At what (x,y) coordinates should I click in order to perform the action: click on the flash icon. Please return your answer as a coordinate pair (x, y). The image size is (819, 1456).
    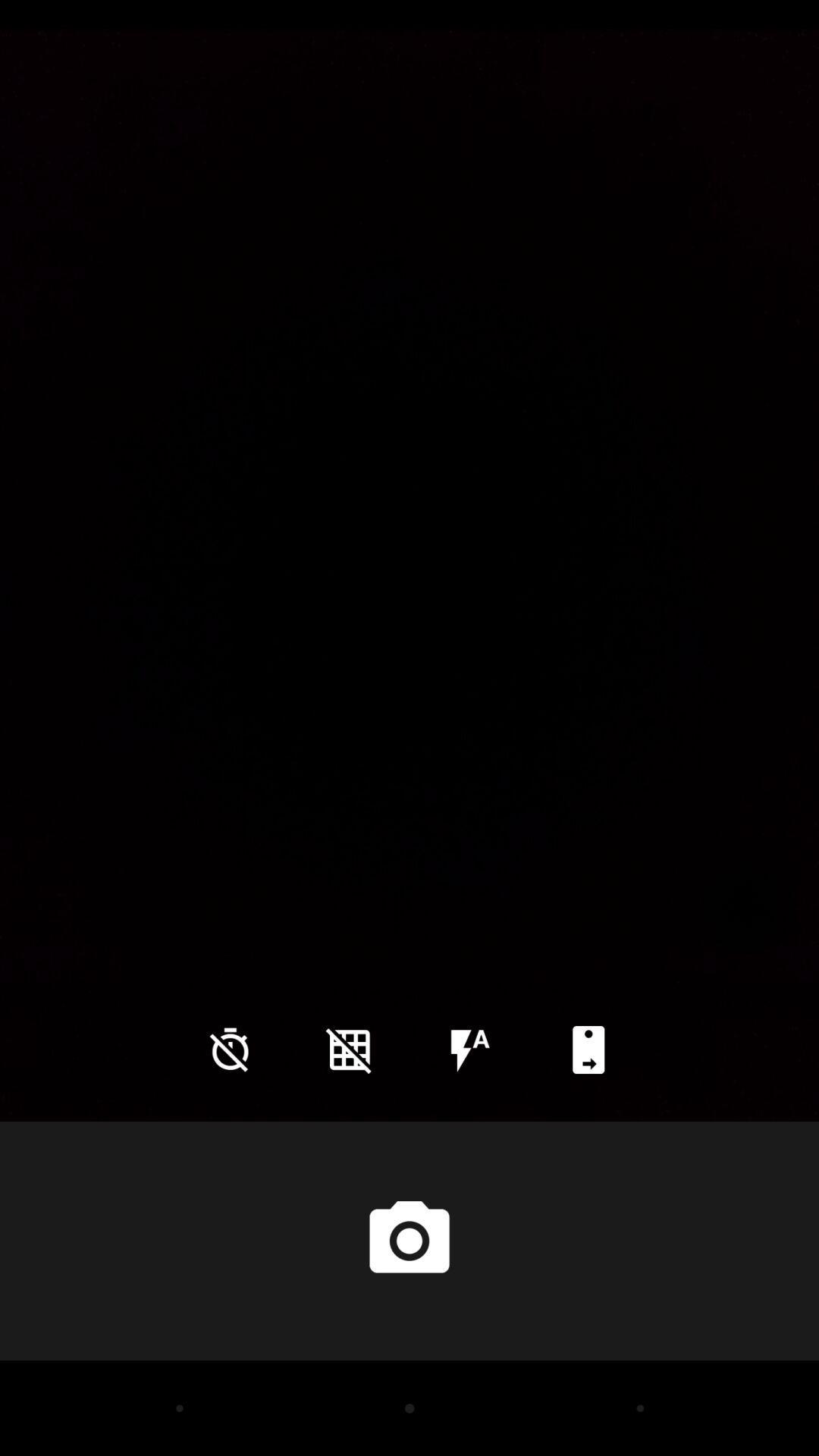
    Looking at the image, I should click on (468, 1049).